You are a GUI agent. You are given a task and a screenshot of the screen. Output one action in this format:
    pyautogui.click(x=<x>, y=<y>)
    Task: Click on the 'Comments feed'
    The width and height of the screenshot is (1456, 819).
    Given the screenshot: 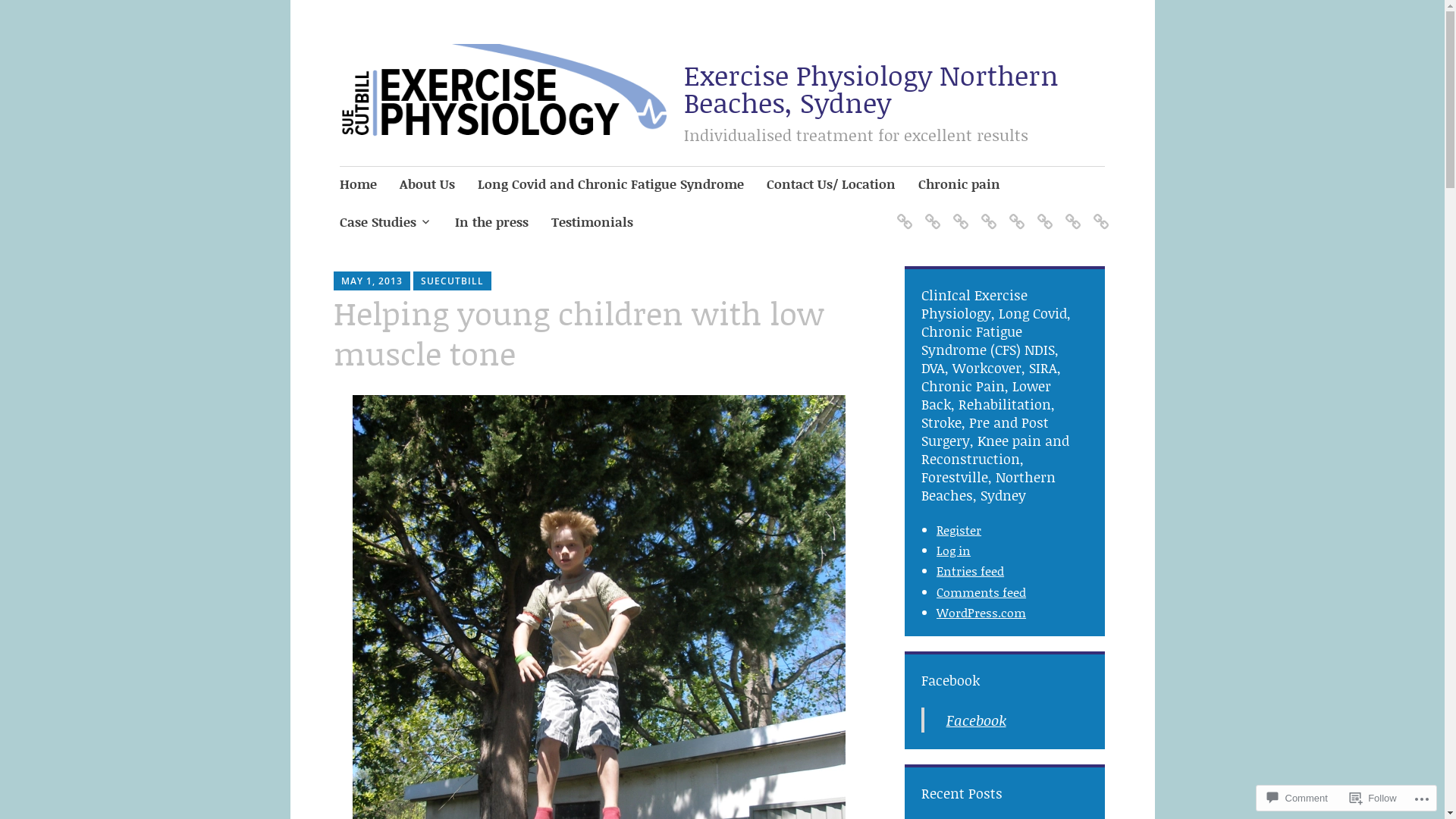 What is the action you would take?
    pyautogui.click(x=981, y=591)
    